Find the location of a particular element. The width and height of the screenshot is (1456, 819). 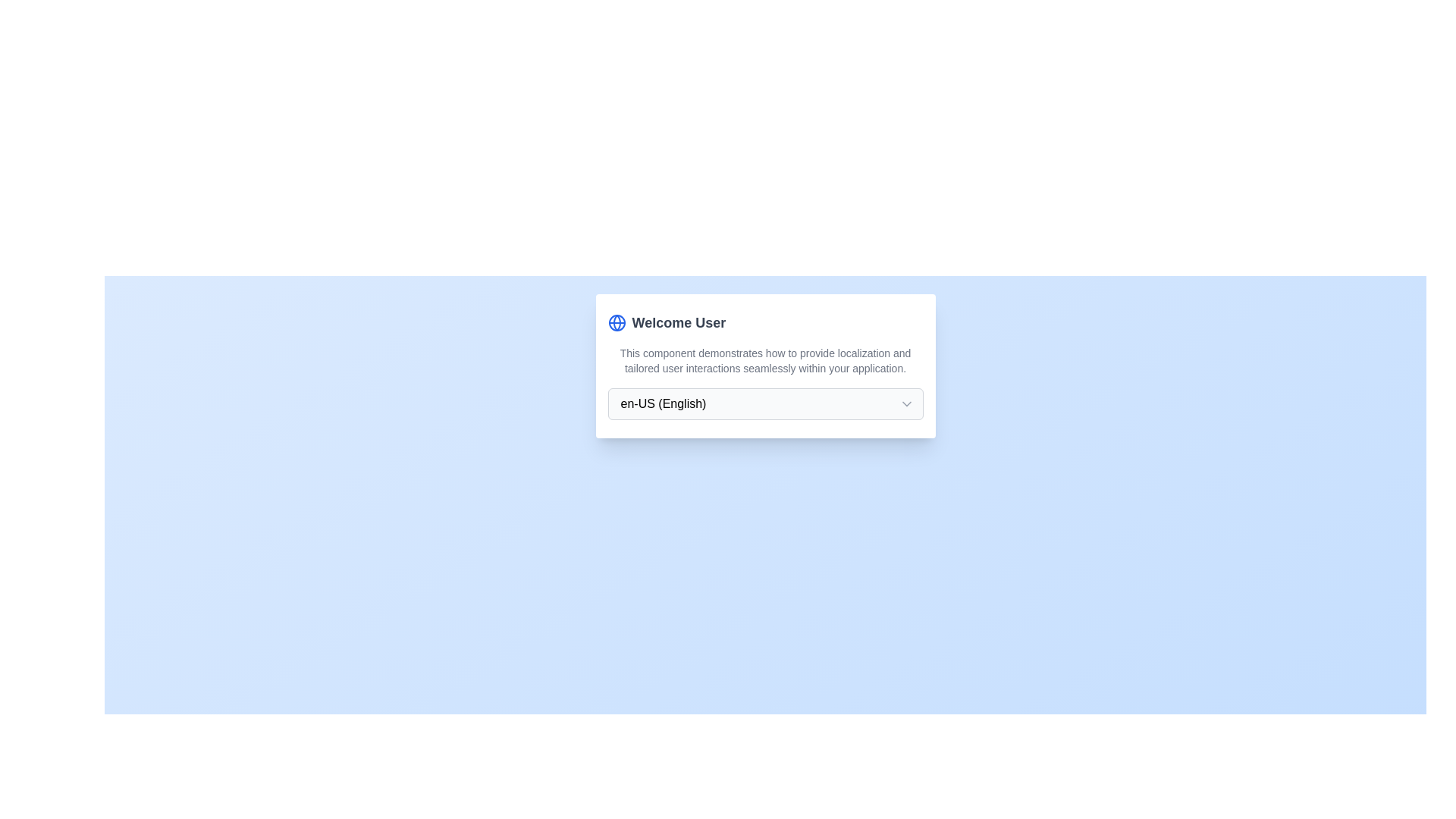

the Icon located to the left of the header text 'Welcome User', which symbolizes global or international aspects is located at coordinates (617, 322).